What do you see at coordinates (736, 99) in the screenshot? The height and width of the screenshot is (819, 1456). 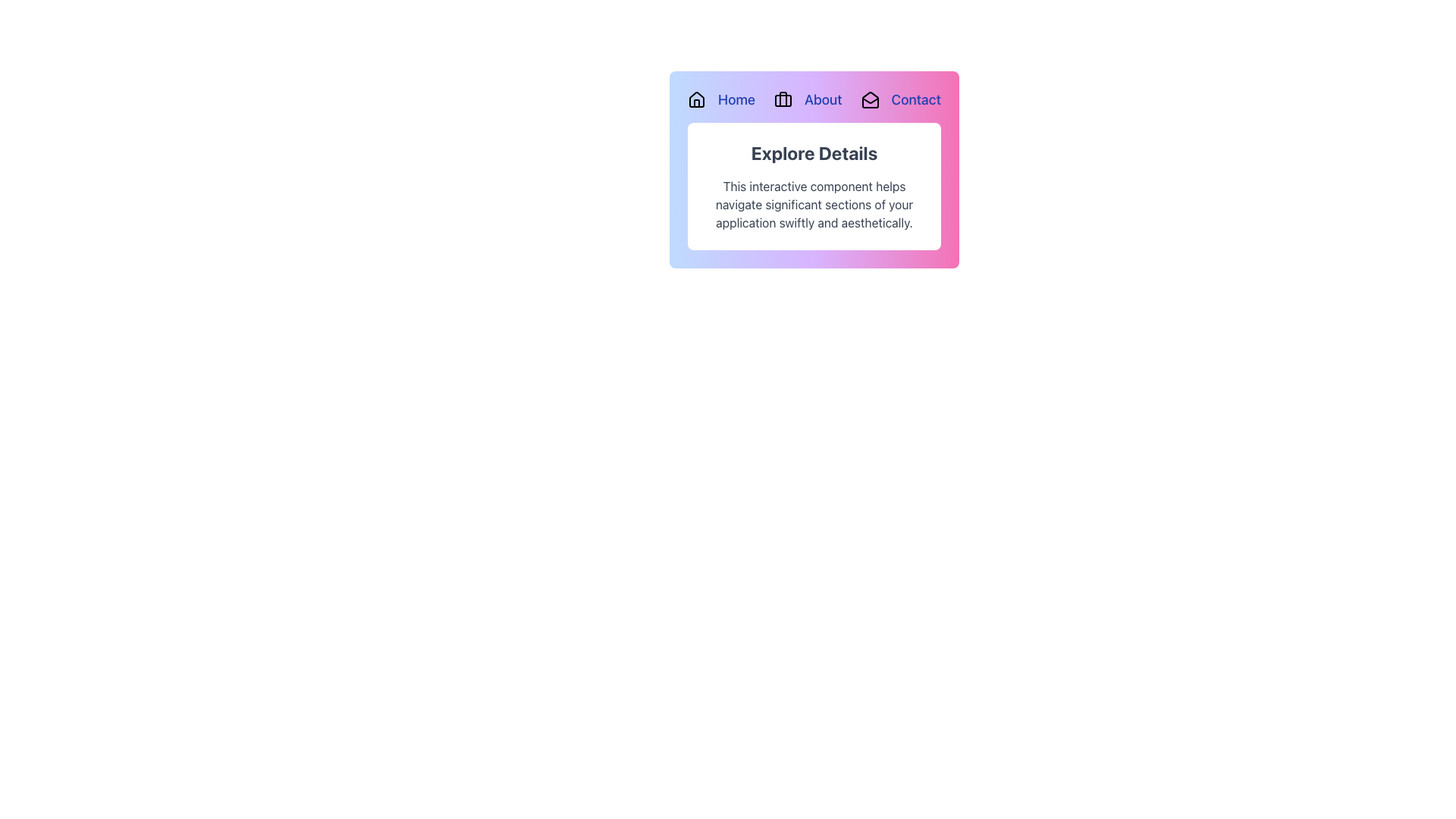 I see `the hyperlink located at the top left of the user interface, within the horizontal navigation bar` at bounding box center [736, 99].